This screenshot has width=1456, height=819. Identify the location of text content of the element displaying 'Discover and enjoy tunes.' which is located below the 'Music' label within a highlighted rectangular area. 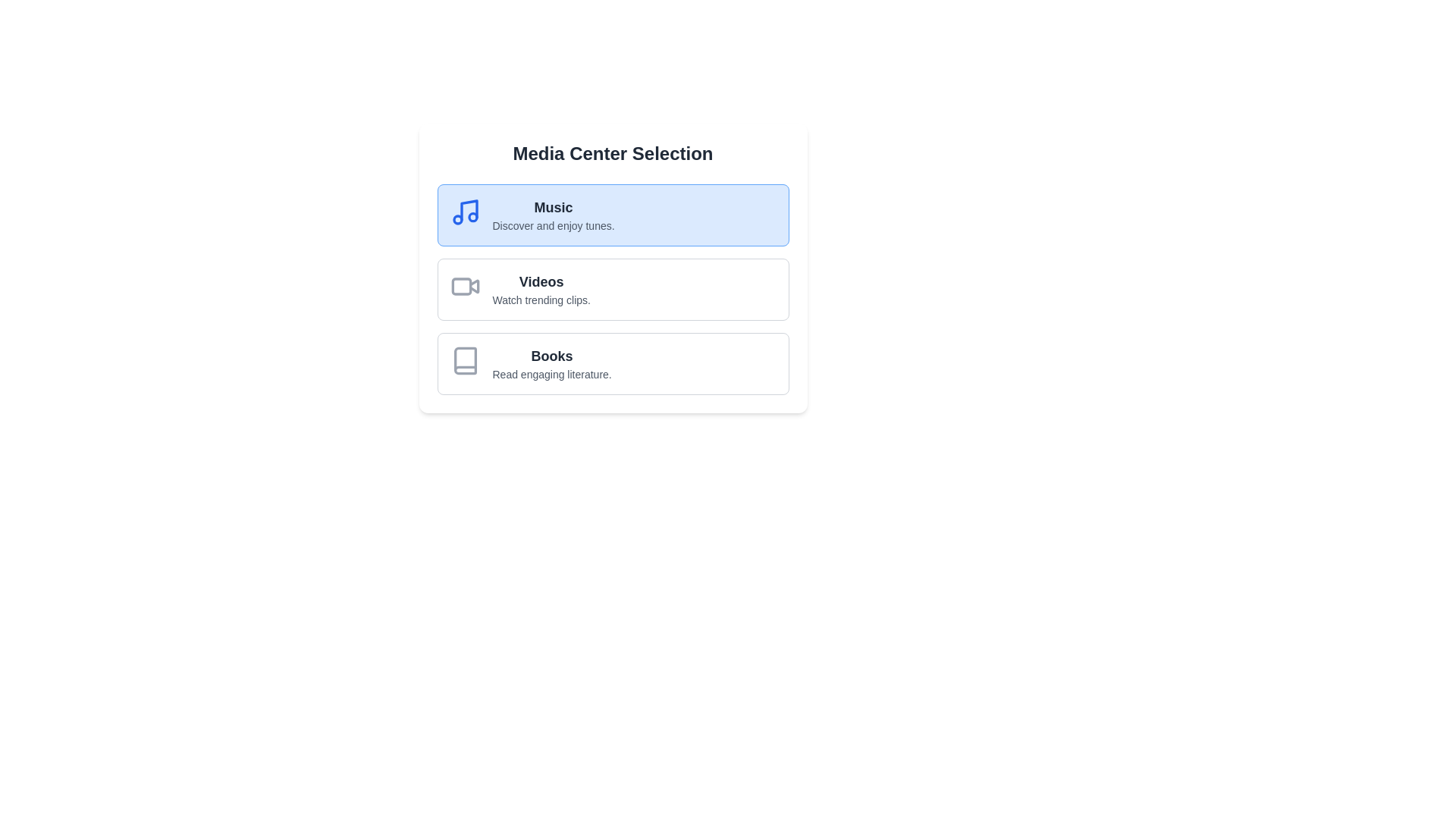
(552, 225).